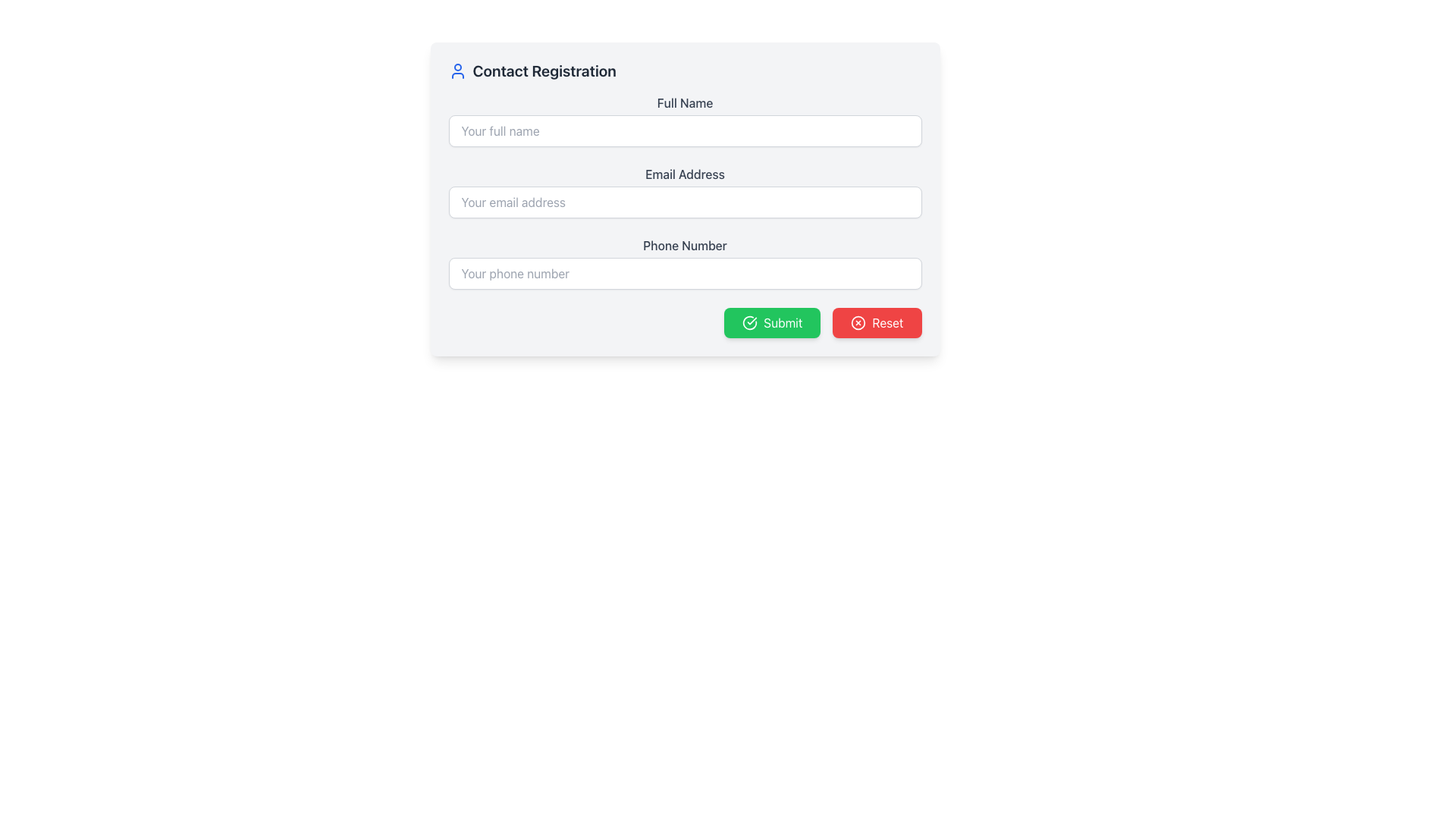 The image size is (1456, 819). Describe the element at coordinates (858, 322) in the screenshot. I see `the decorative SVG Circle located near the top-right of the interface, adjacent to the title of the registration form` at that location.